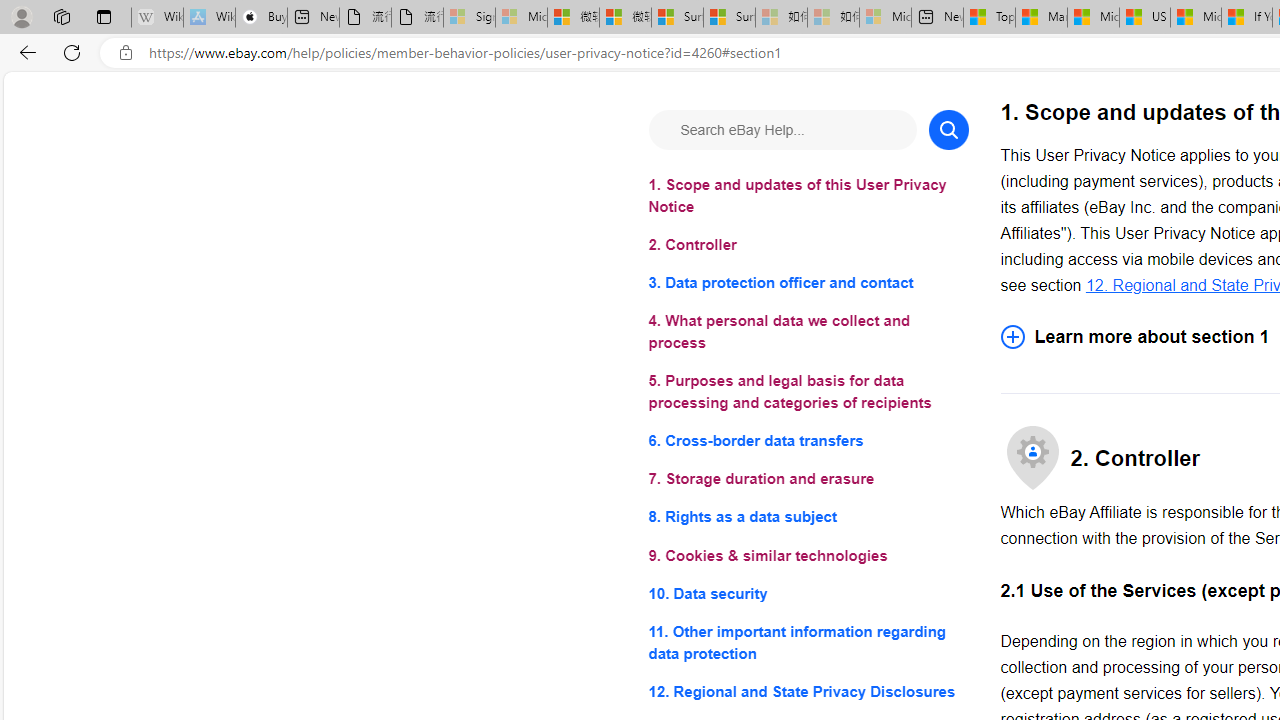 This screenshot has height=720, width=1280. Describe the element at coordinates (808, 331) in the screenshot. I see `'4. What personal data we collect and process'` at that location.